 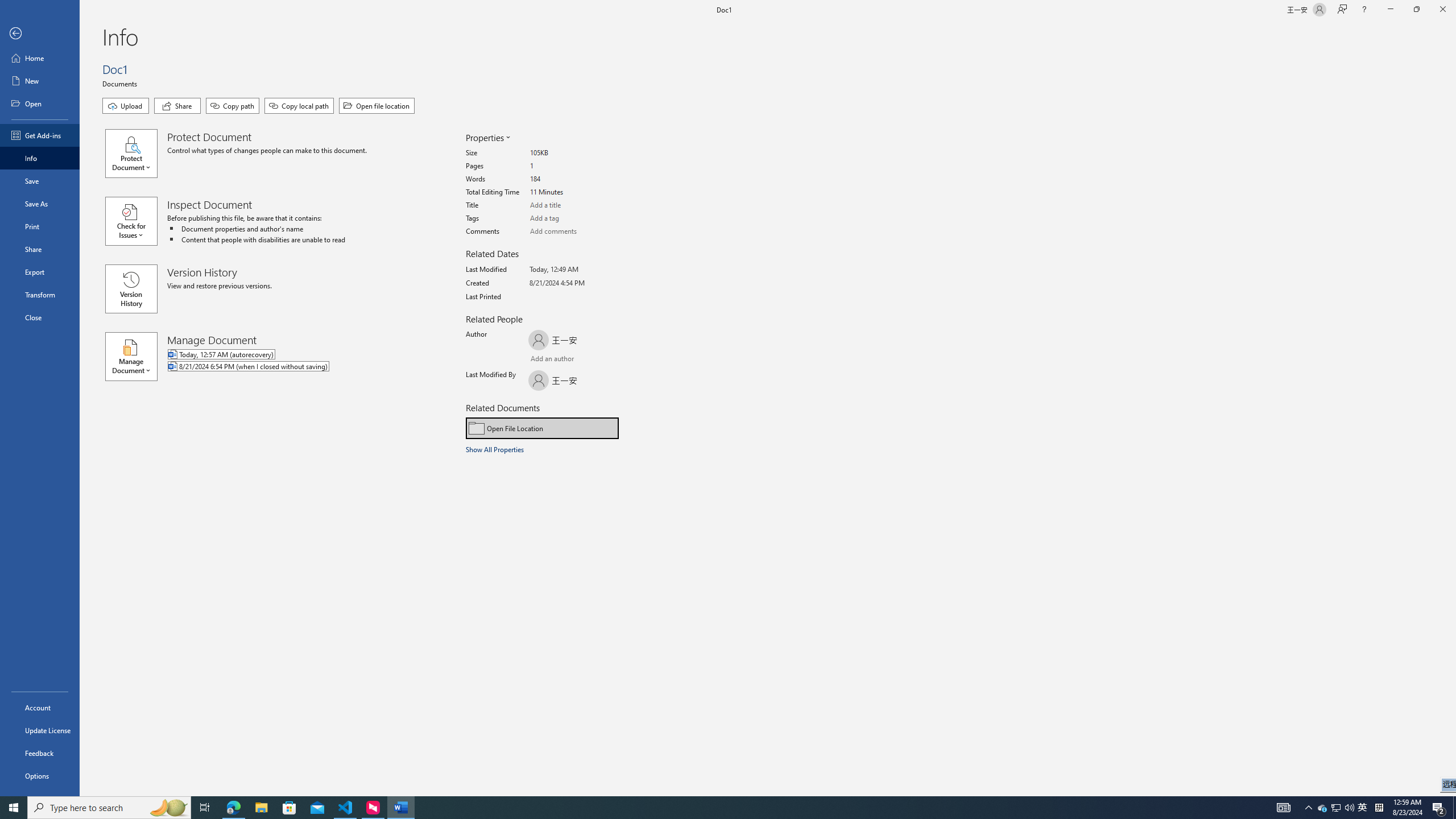 What do you see at coordinates (299, 105) in the screenshot?
I see `'Copy local path'` at bounding box center [299, 105].